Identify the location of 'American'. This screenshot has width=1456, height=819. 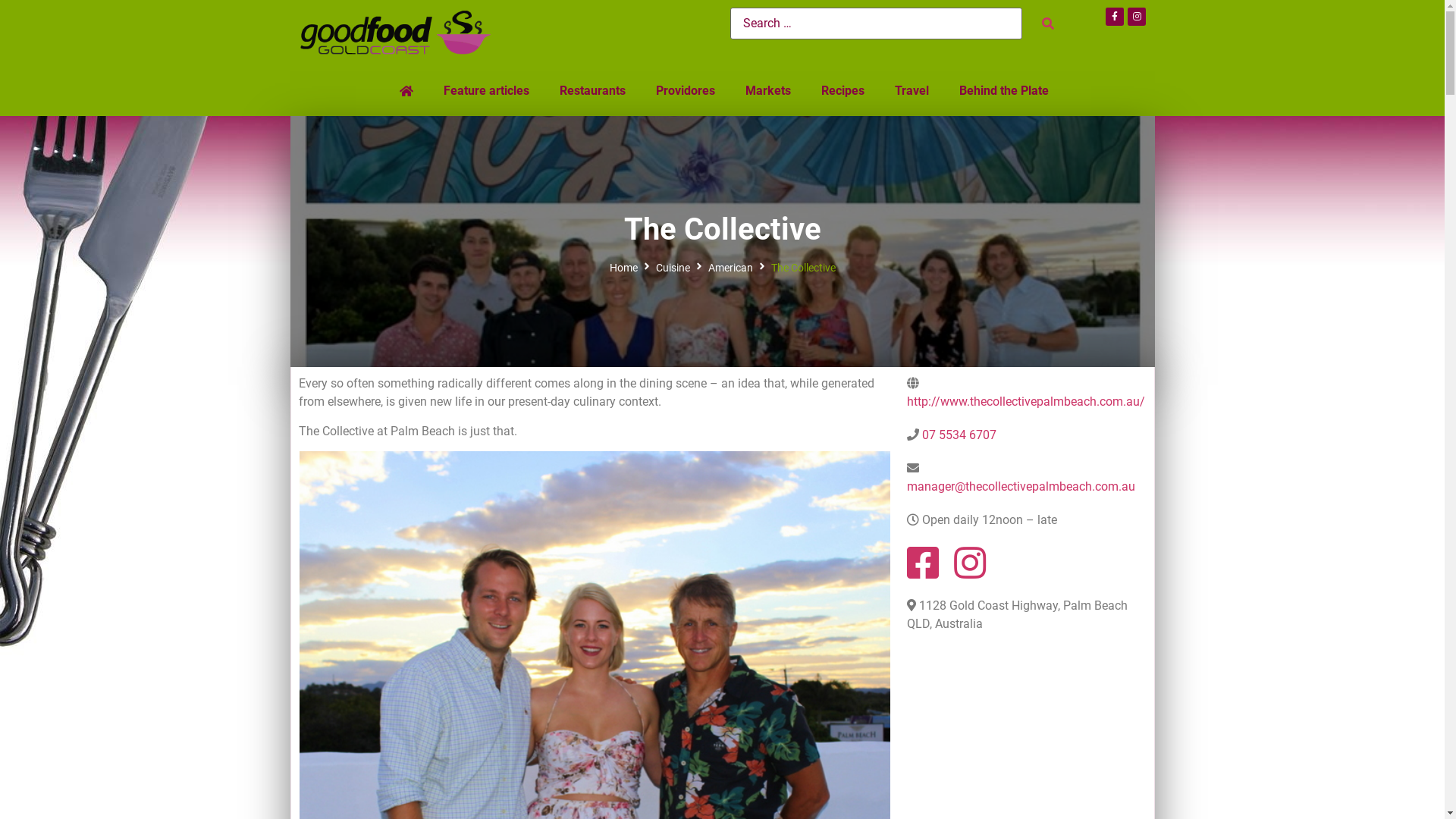
(708, 267).